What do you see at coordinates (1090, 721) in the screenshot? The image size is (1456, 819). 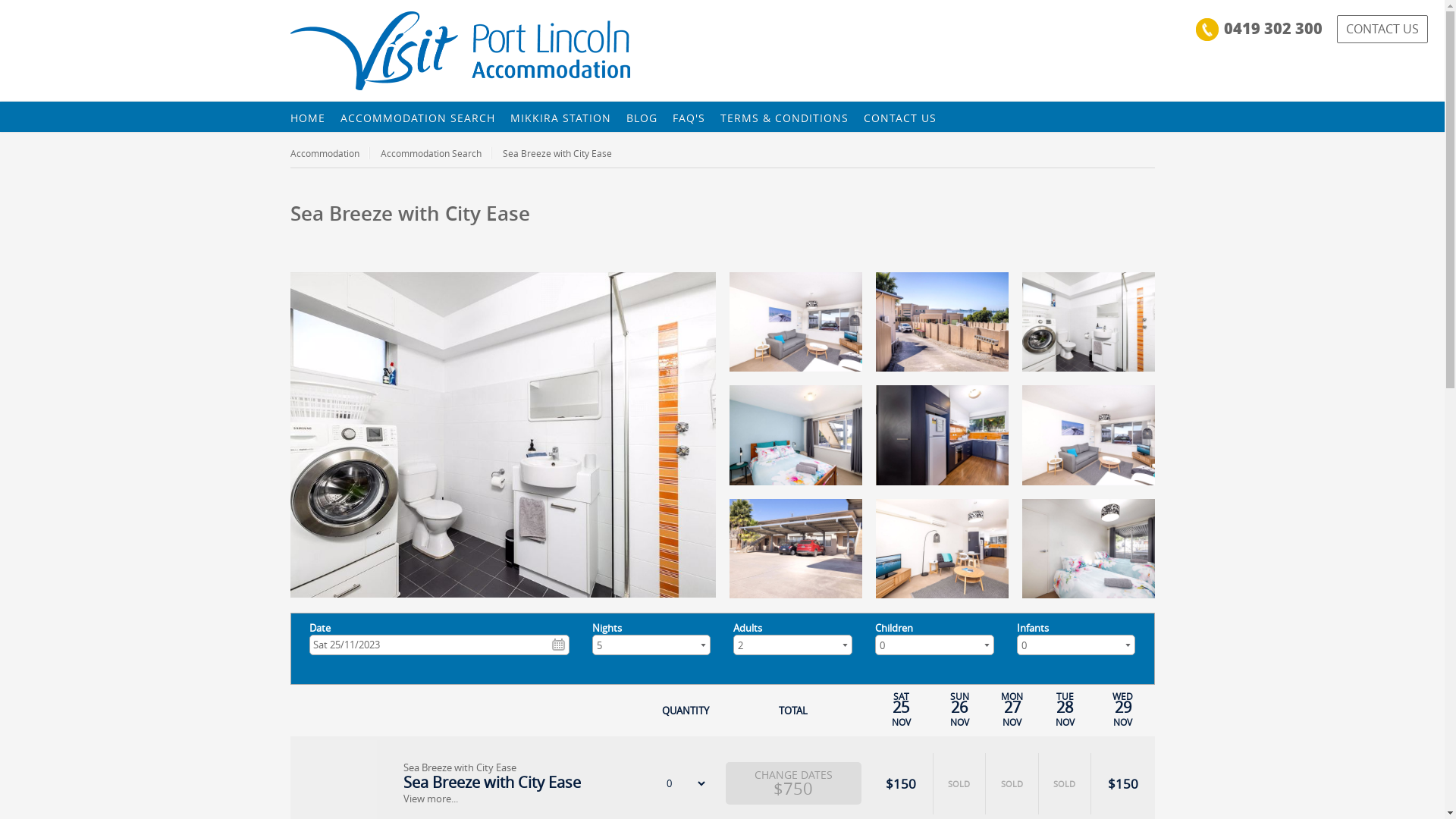 I see `'NOV'` at bounding box center [1090, 721].